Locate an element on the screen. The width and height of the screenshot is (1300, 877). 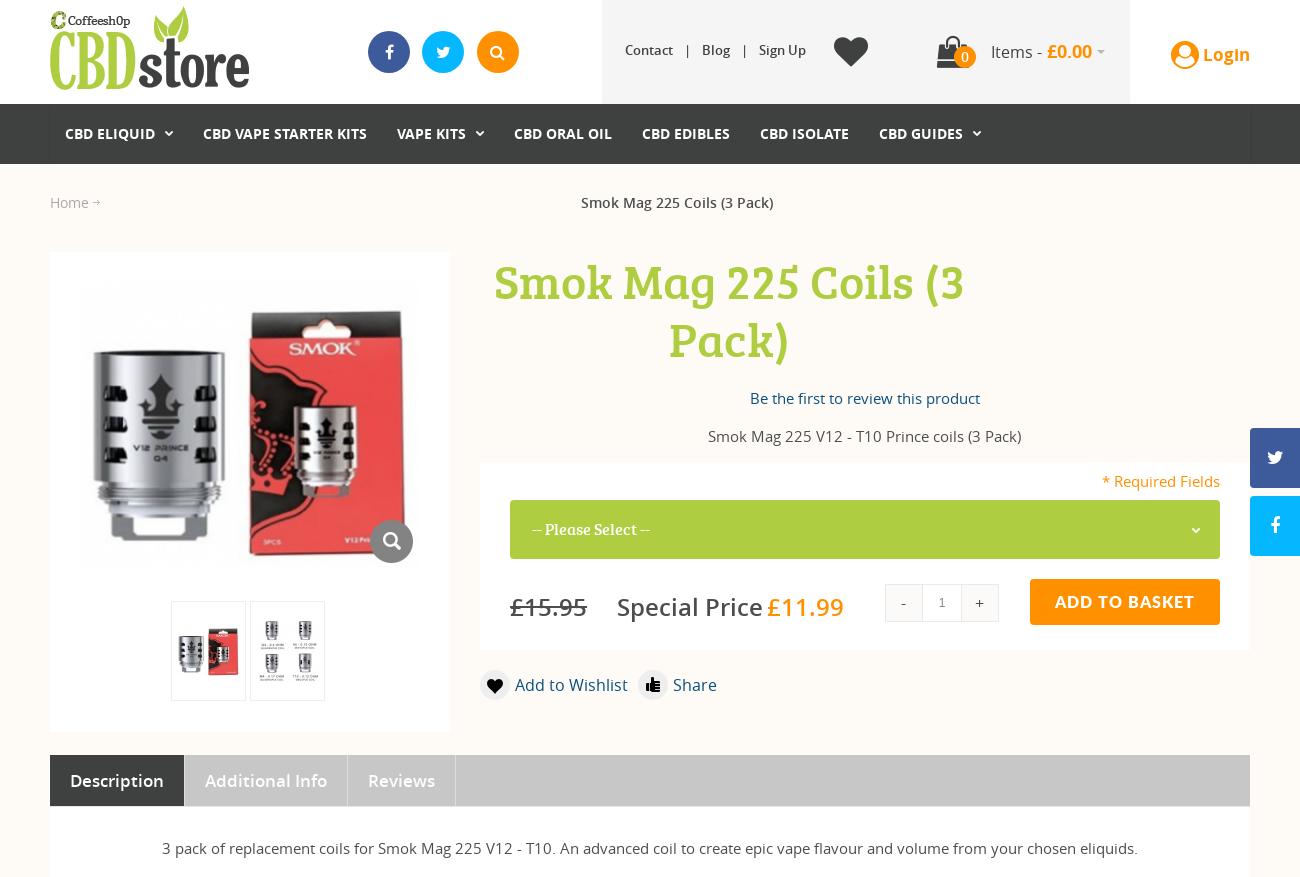
'* Required Fields' is located at coordinates (1159, 481).